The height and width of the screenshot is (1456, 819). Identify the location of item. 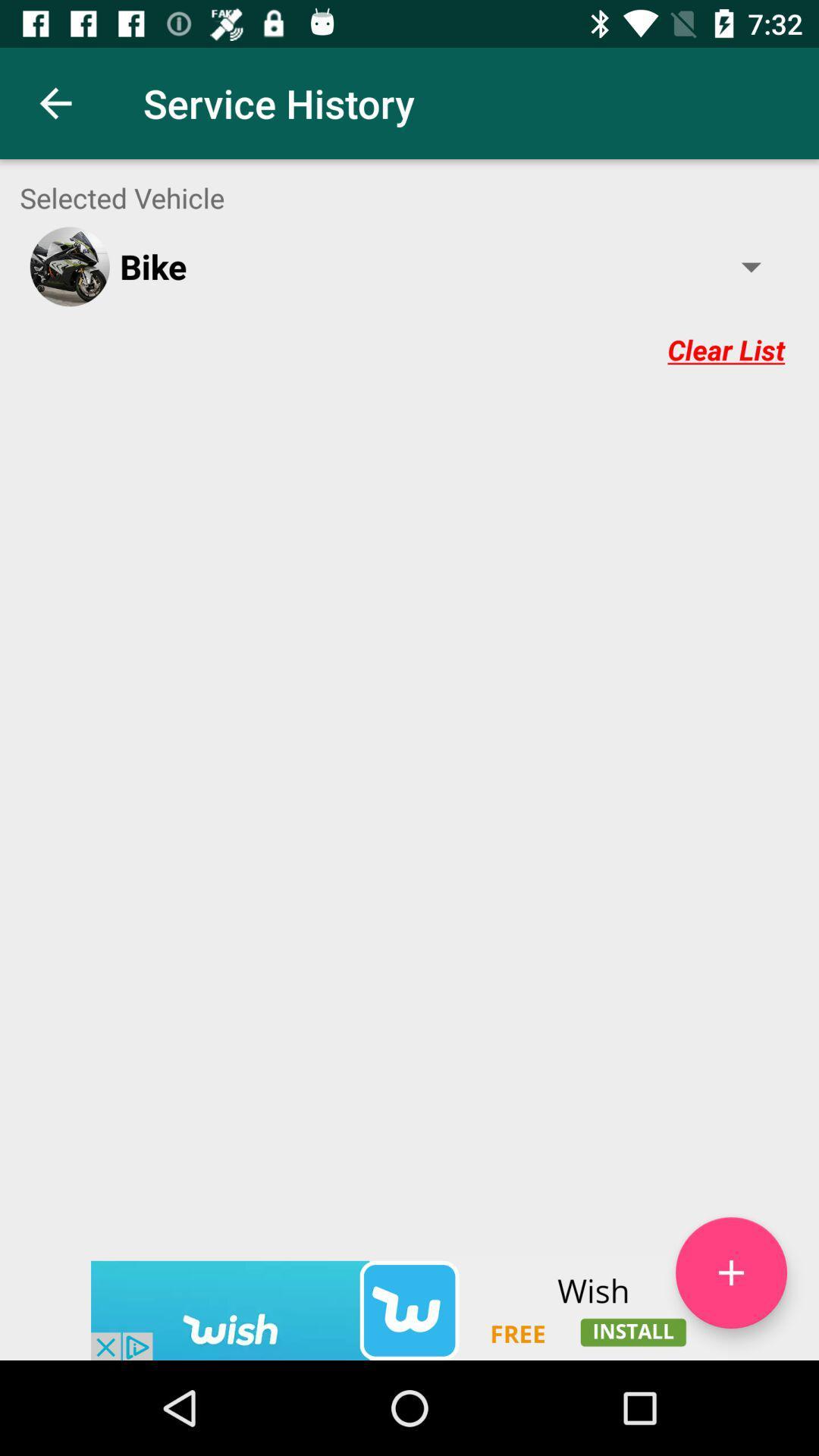
(730, 1272).